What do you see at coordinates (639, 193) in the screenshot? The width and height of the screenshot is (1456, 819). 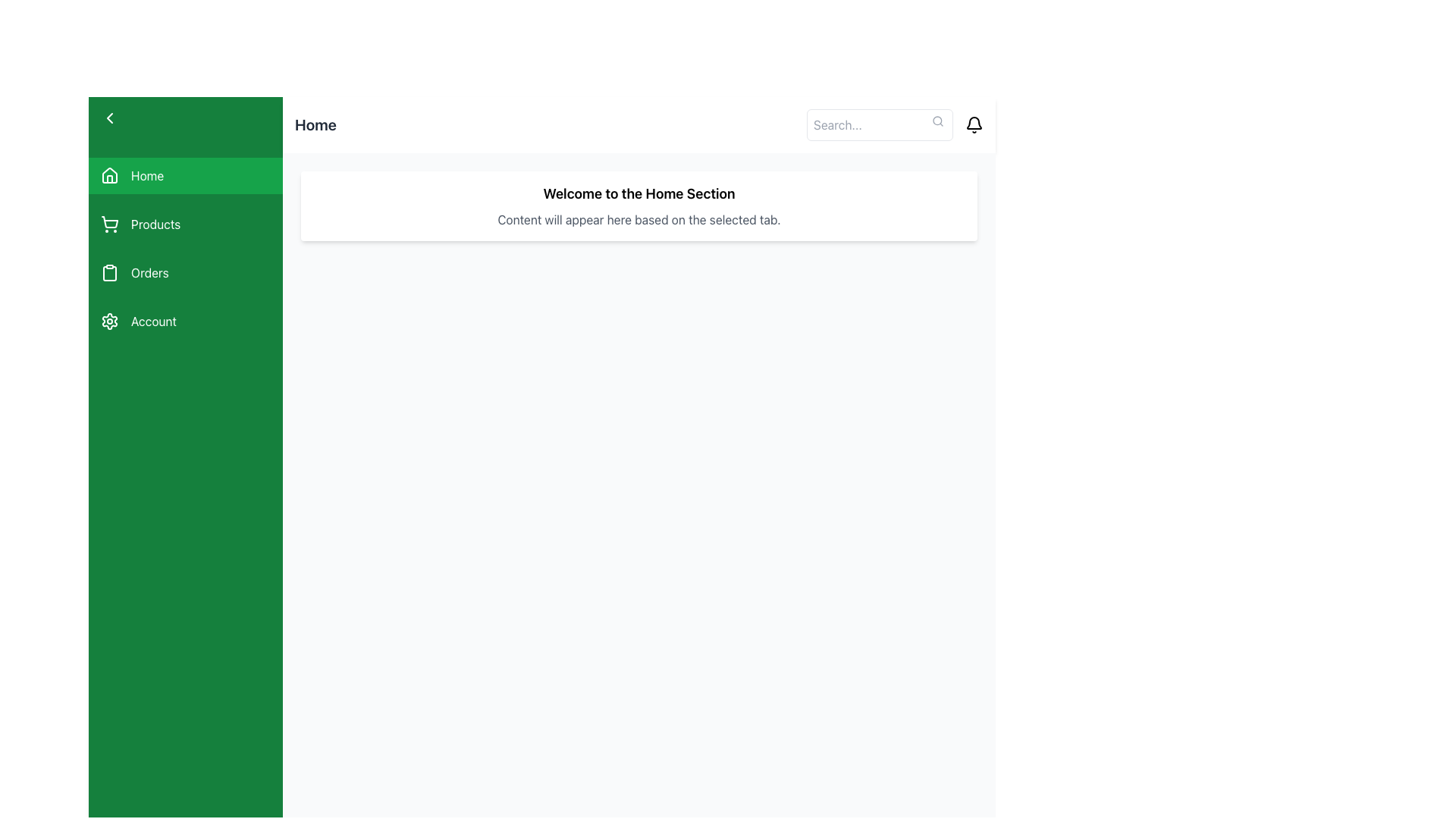 I see `the text header that reads 'Welcome to the Home Section', which is styled with a larger font size and bold weight, positioned at the top of the main content section` at bounding box center [639, 193].